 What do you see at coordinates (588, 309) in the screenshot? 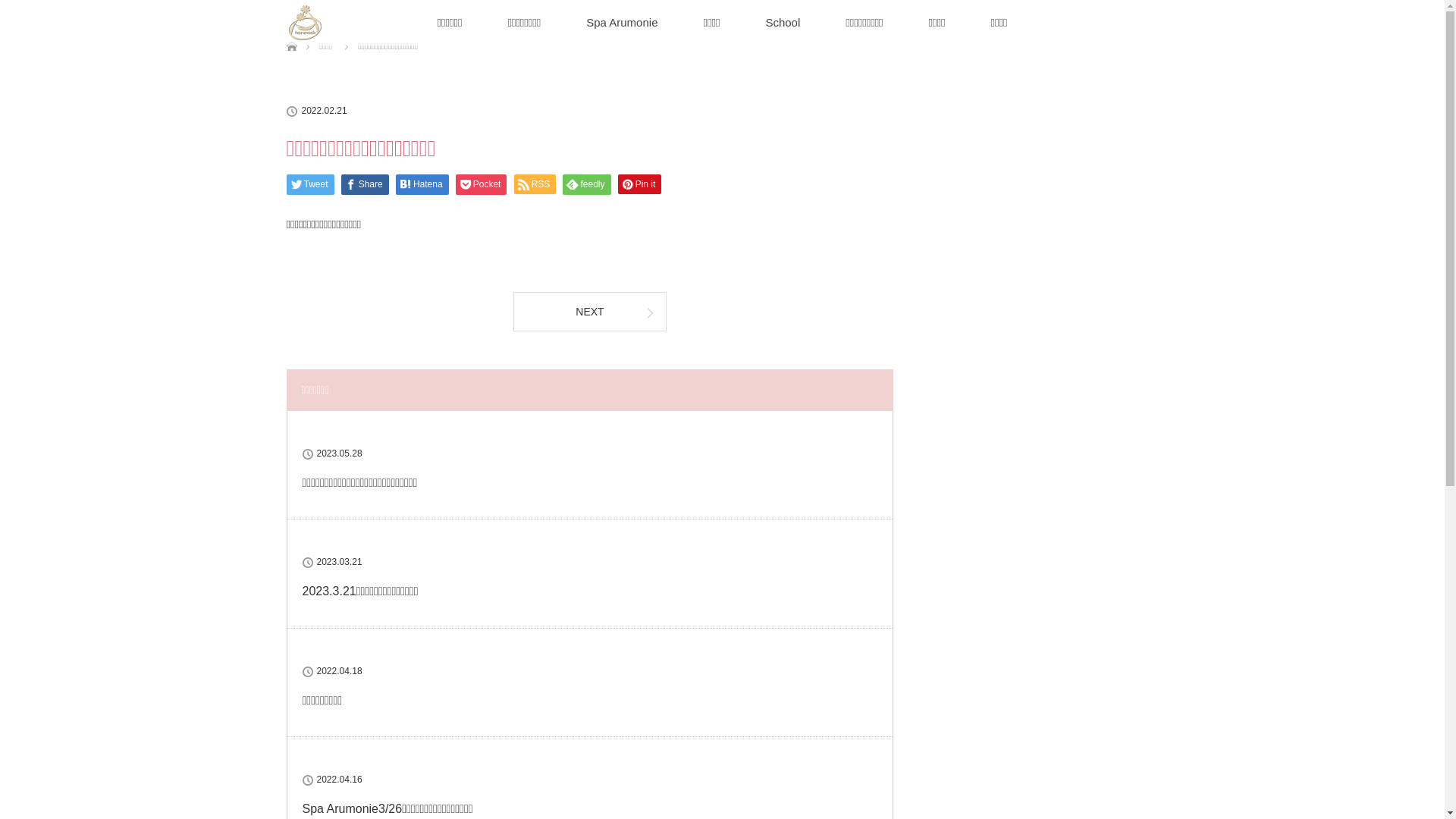
I see `'NEXT'` at bounding box center [588, 309].